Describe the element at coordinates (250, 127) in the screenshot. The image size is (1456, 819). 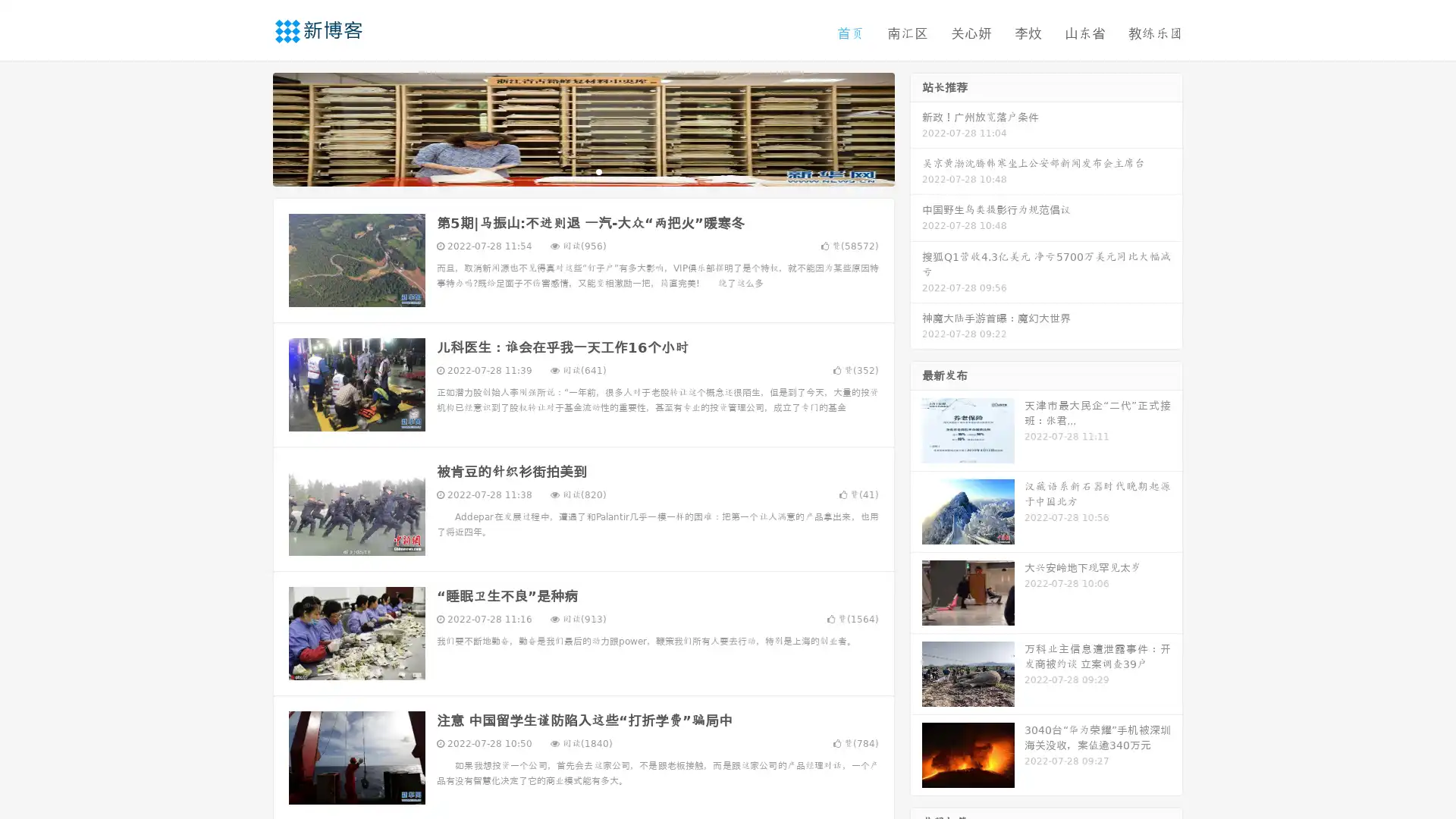
I see `Previous slide` at that location.